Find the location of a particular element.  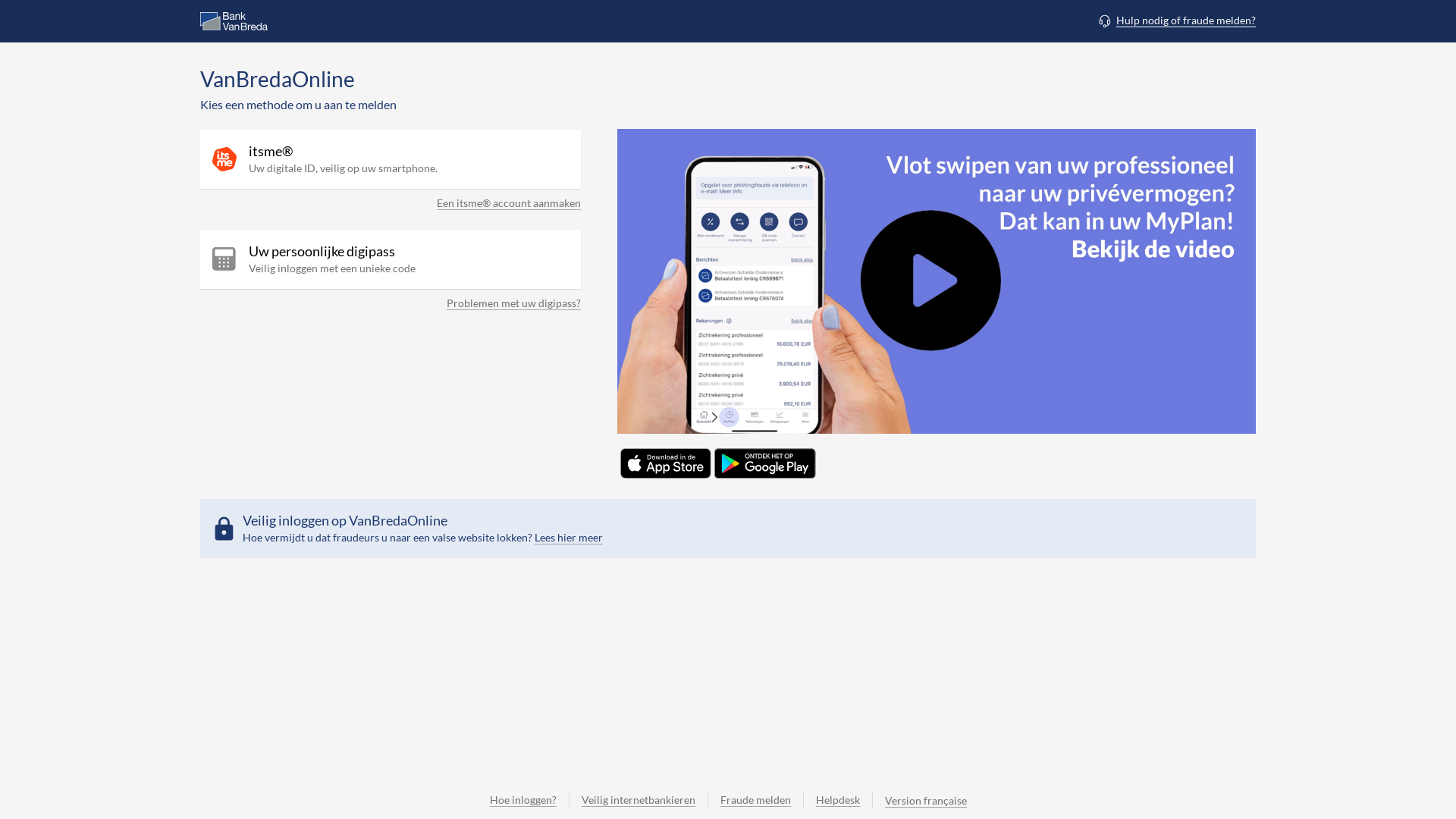

'Lees hier meer' is located at coordinates (567, 537).